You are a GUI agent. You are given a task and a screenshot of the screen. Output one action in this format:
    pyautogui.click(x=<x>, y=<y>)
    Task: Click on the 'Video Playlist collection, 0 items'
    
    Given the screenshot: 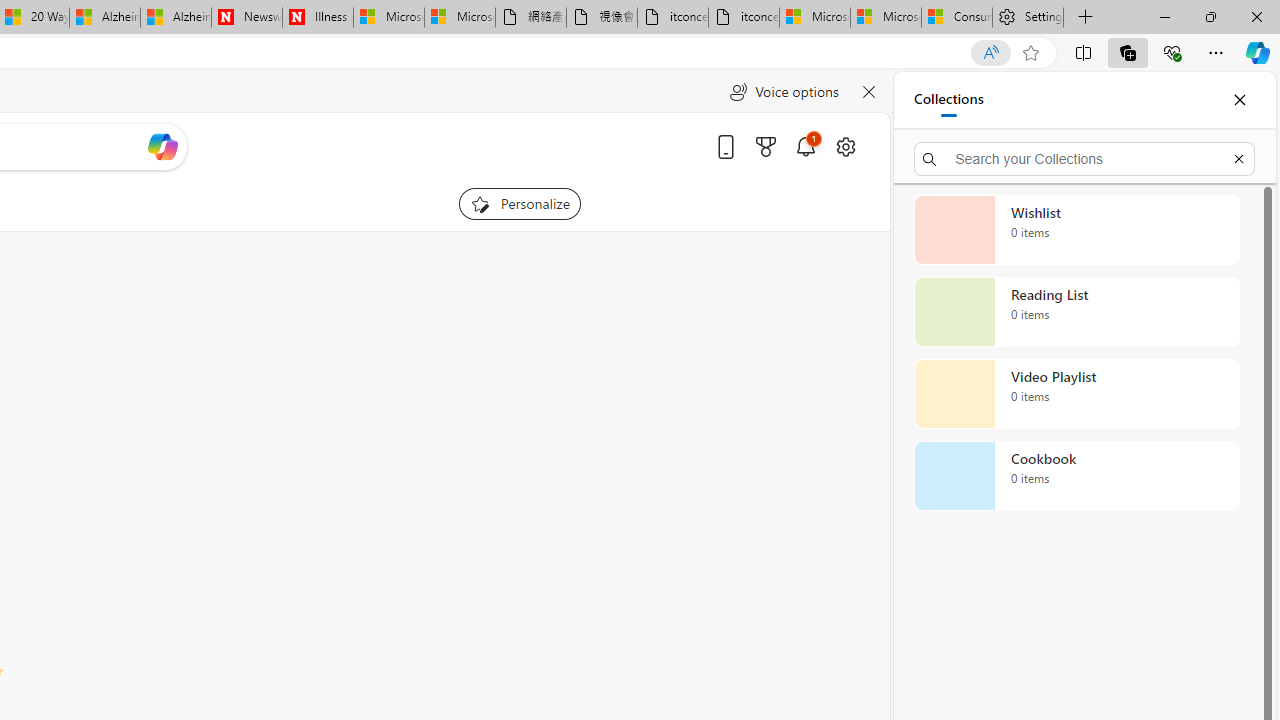 What is the action you would take?
    pyautogui.click(x=1076, y=394)
    